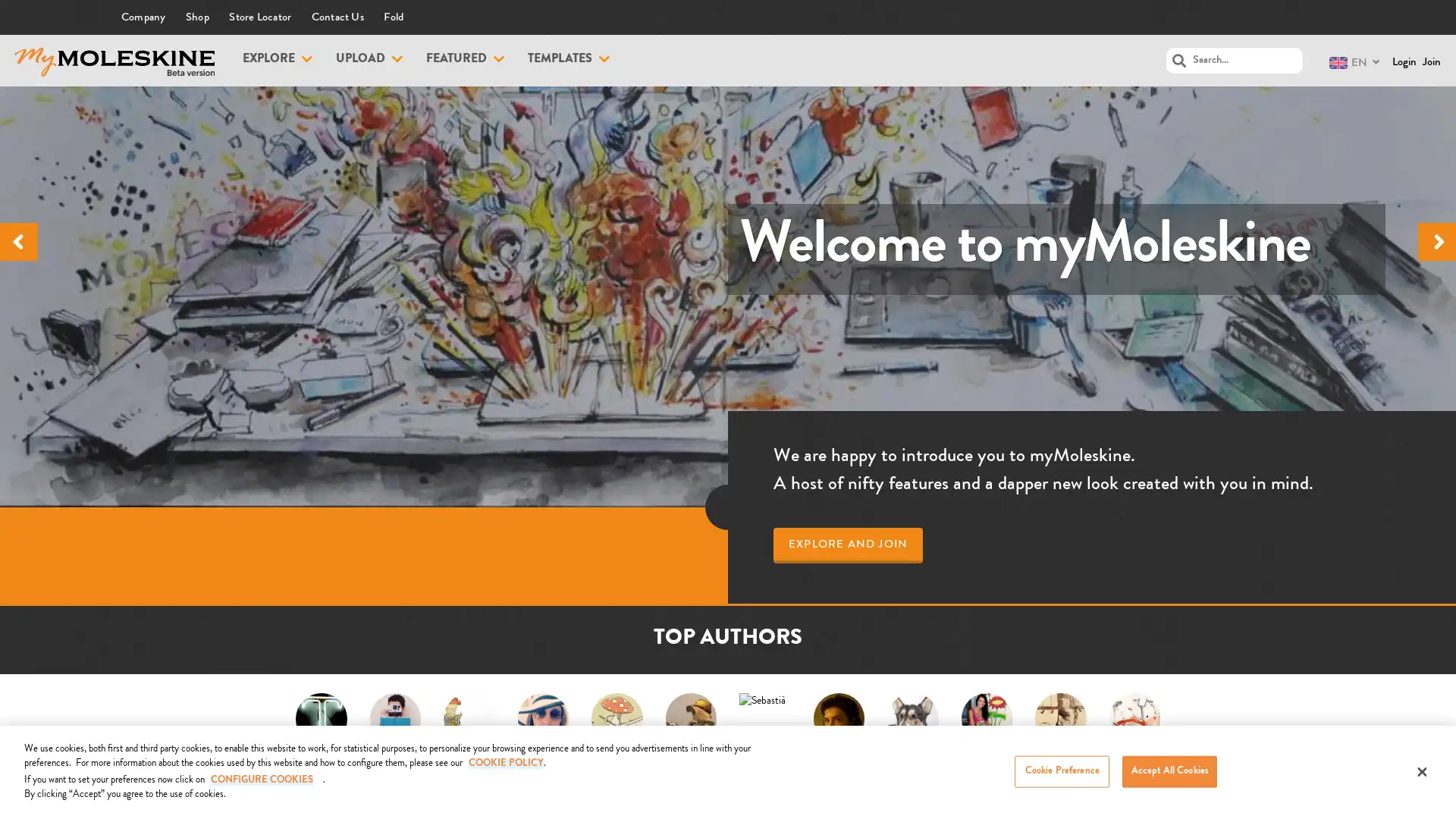 This screenshot has height=819, width=1456. I want to click on Close, so click(1420, 772).